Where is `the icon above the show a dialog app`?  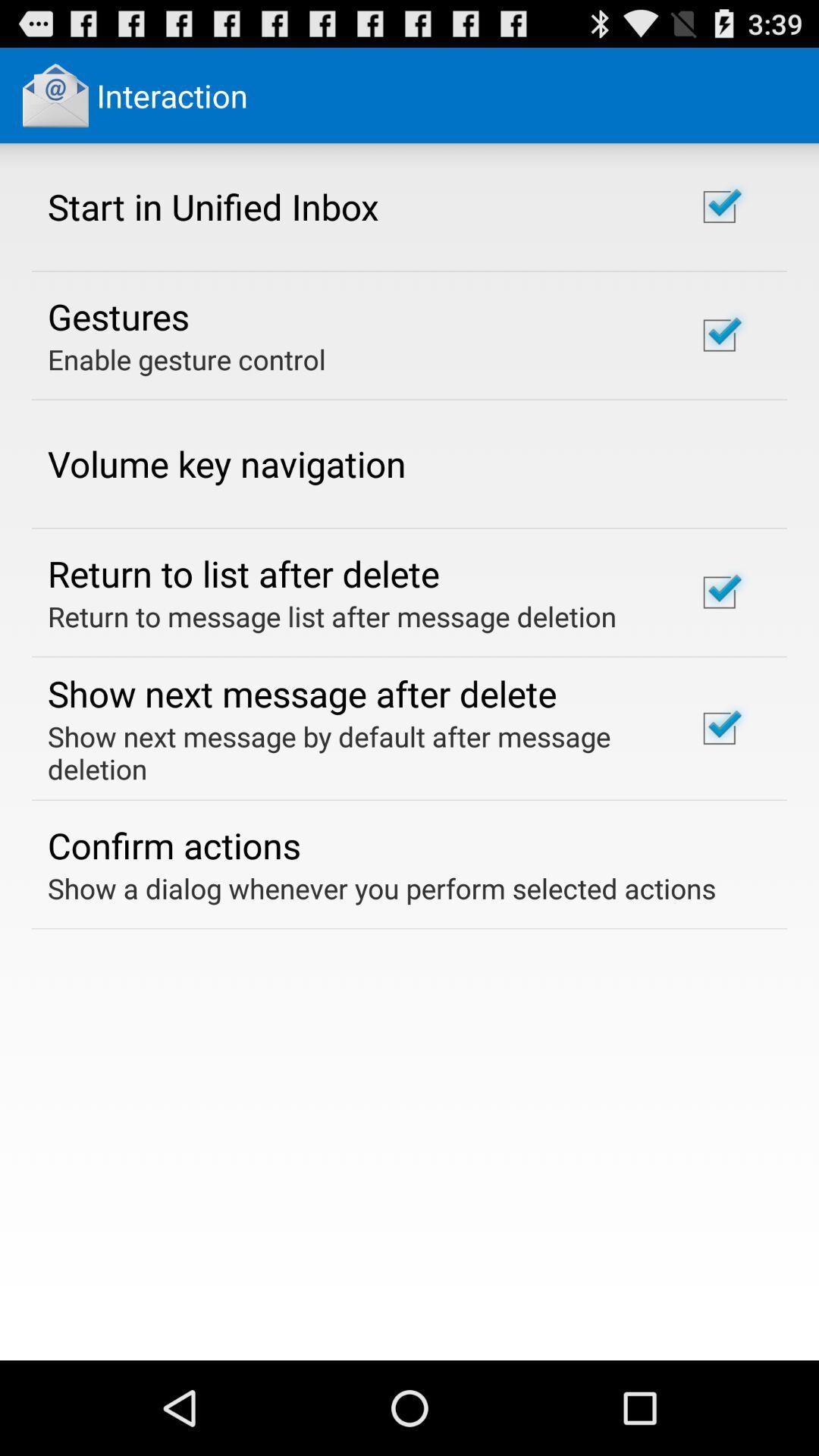 the icon above the show a dialog app is located at coordinates (173, 844).